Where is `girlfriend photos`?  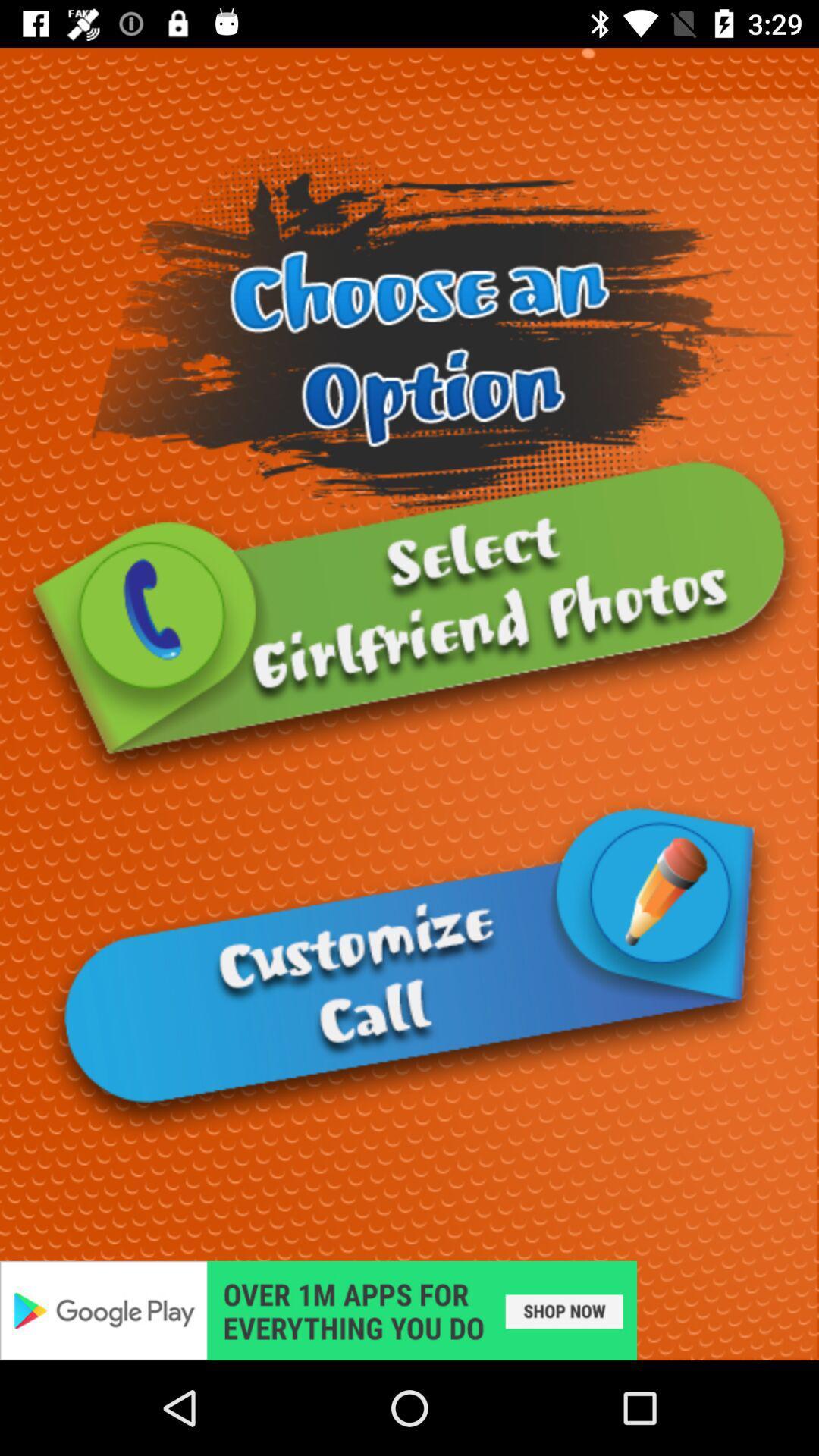 girlfriend photos is located at coordinates (409, 622).